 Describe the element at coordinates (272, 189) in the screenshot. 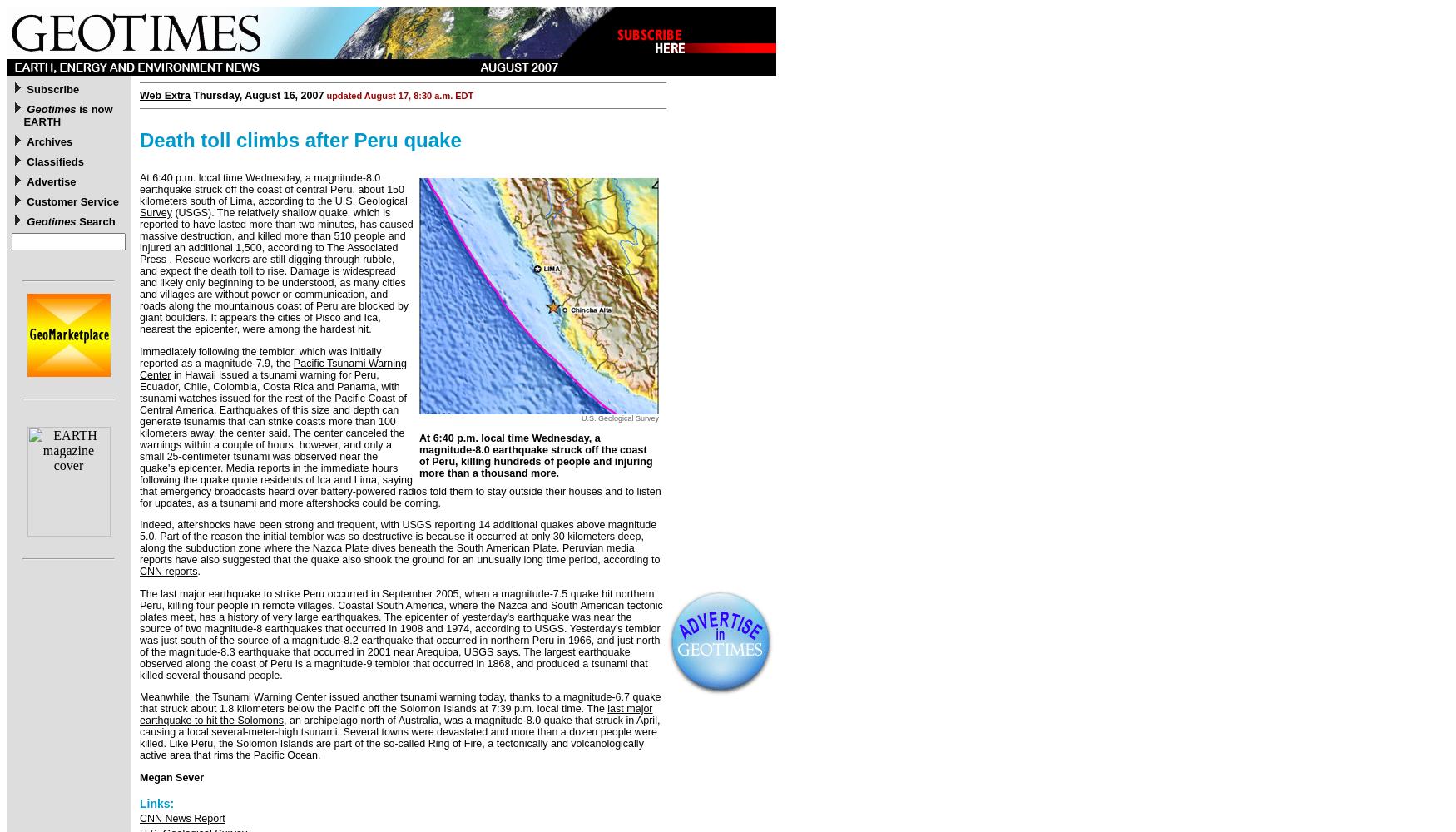

I see `'At 6:40 p.m. local time Wednesday, a magnitude-8.0 earthquake struck off the coast of central Peru, about 150 kilometers south of Lima, according to  the'` at that location.